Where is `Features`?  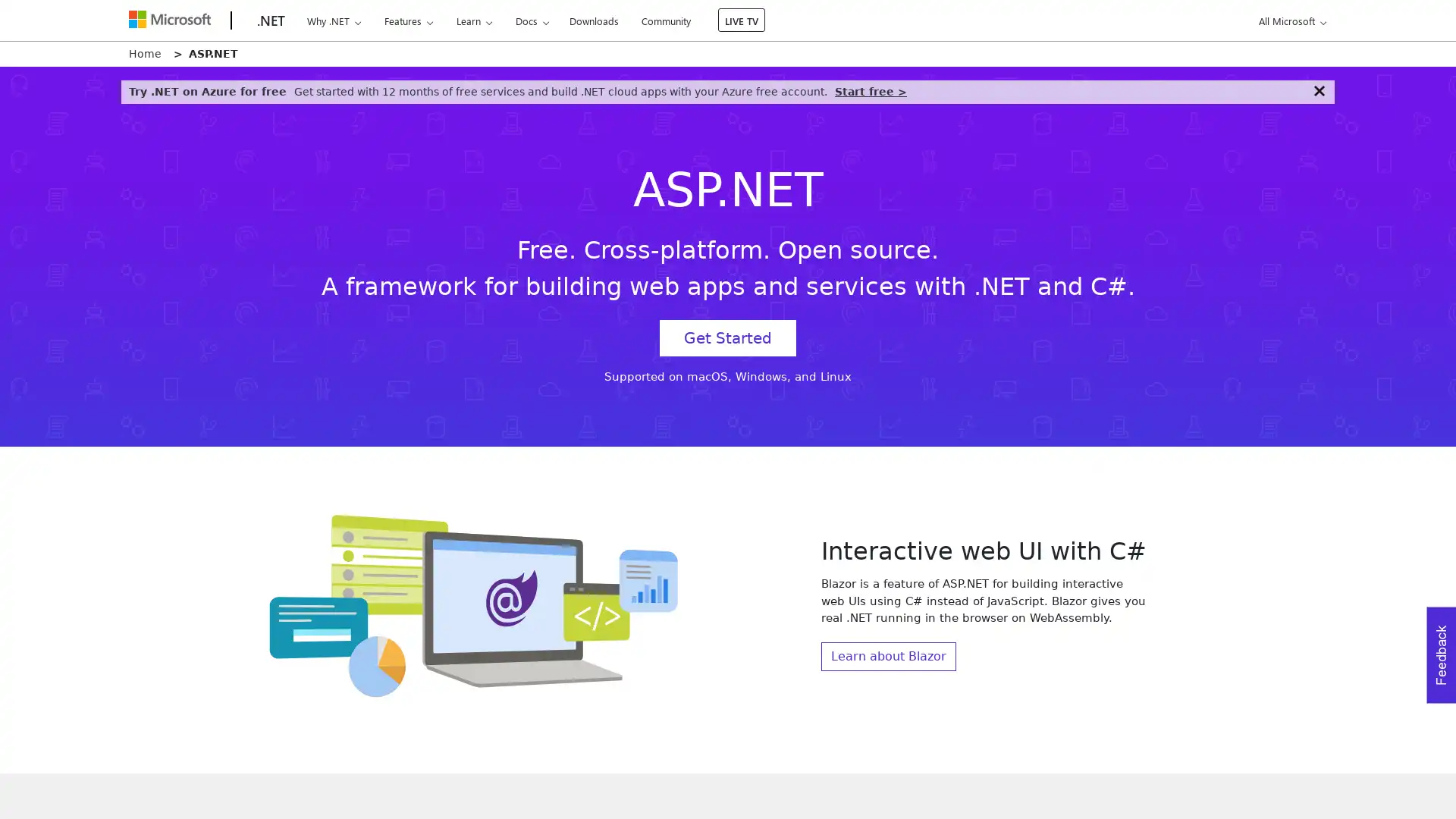 Features is located at coordinates (408, 20).